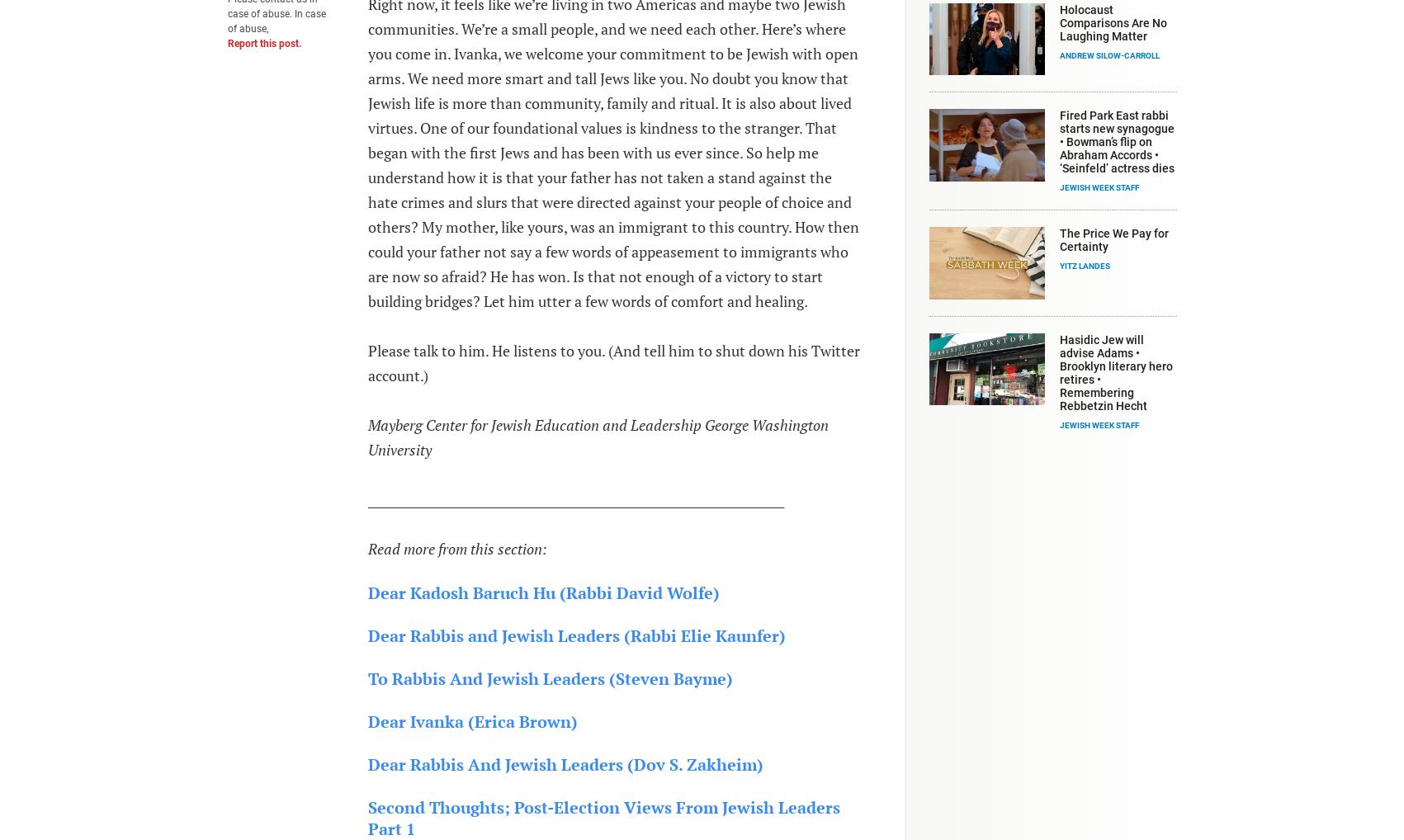 This screenshot has width=1404, height=840. I want to click on 'Dear Kadosh Baruch Hu (Rabbi David Wolfe)', so click(541, 592).